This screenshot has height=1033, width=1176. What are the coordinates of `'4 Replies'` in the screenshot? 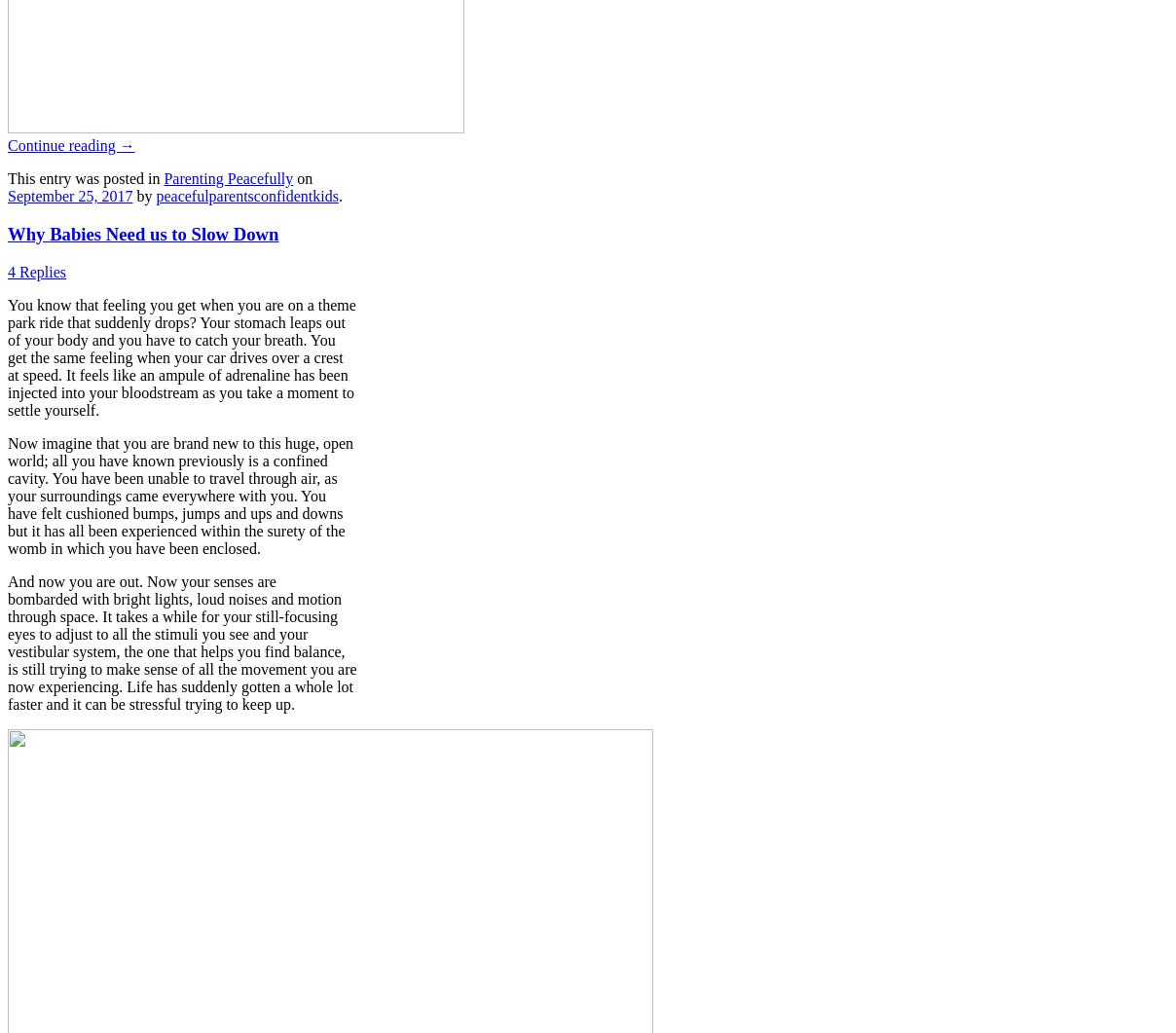 It's located at (36, 270).